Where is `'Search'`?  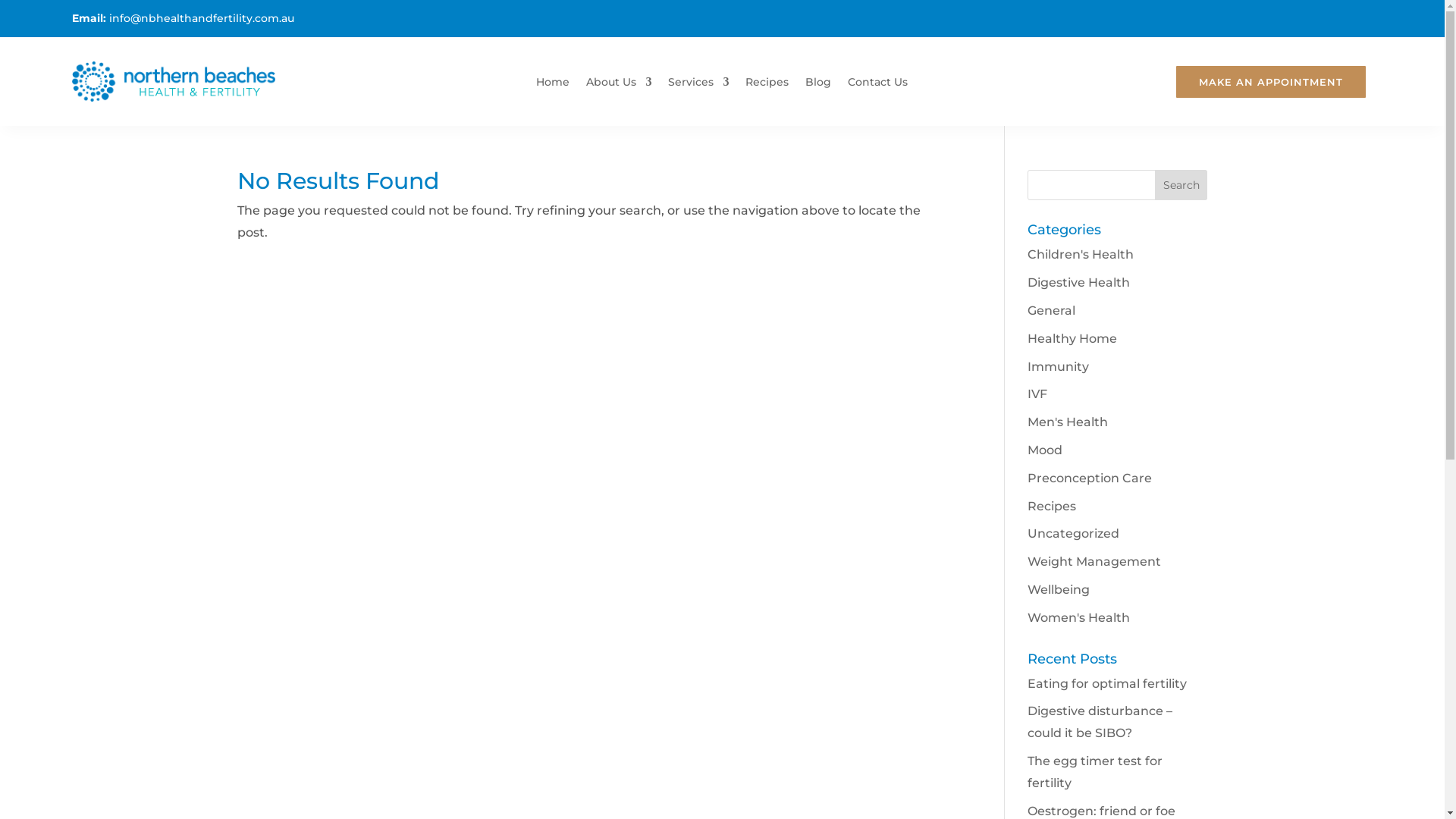
'Search' is located at coordinates (1181, 184).